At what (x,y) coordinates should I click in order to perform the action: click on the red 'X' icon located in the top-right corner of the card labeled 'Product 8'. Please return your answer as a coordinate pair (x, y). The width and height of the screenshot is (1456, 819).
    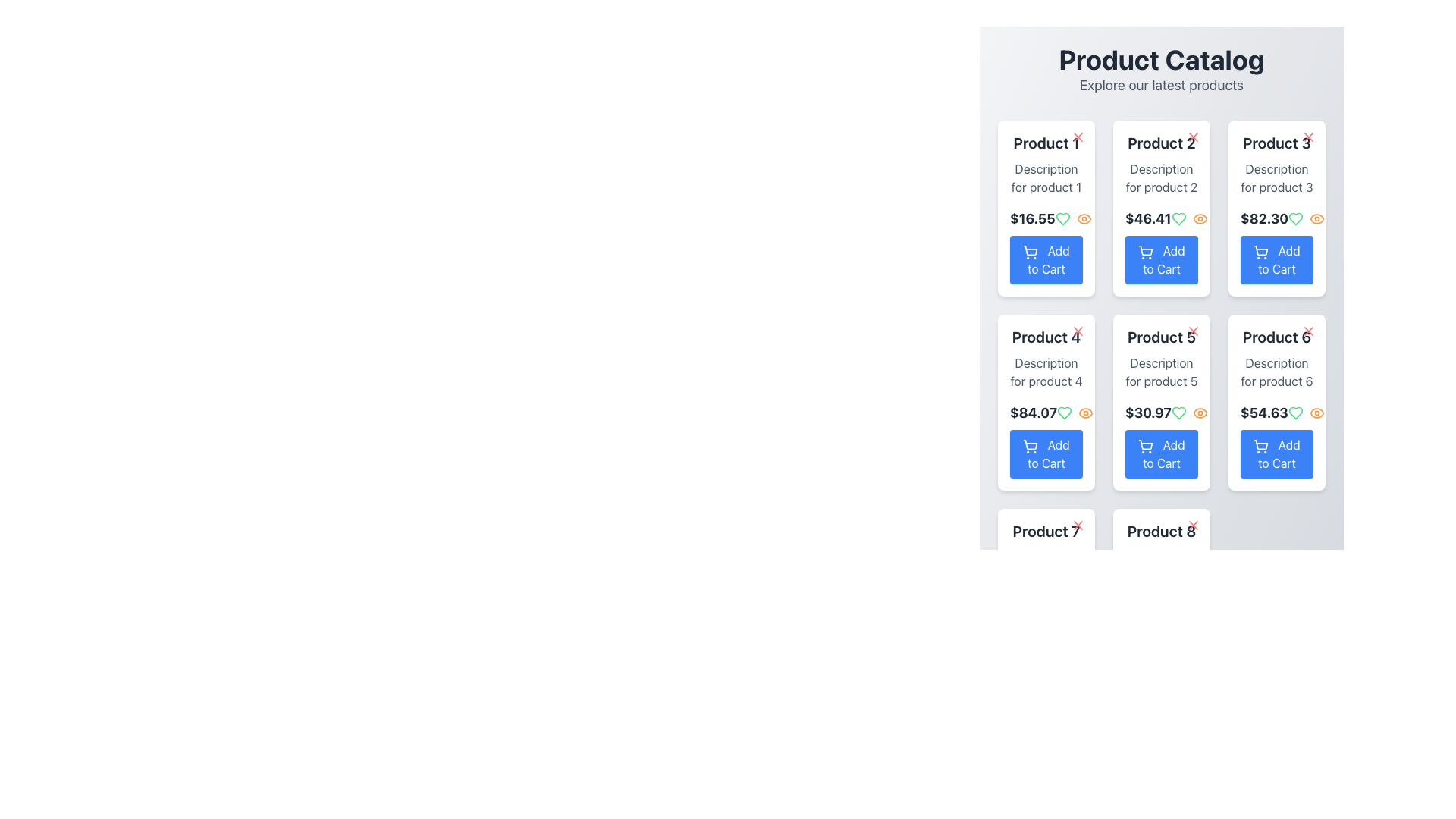
    Looking at the image, I should click on (1193, 525).